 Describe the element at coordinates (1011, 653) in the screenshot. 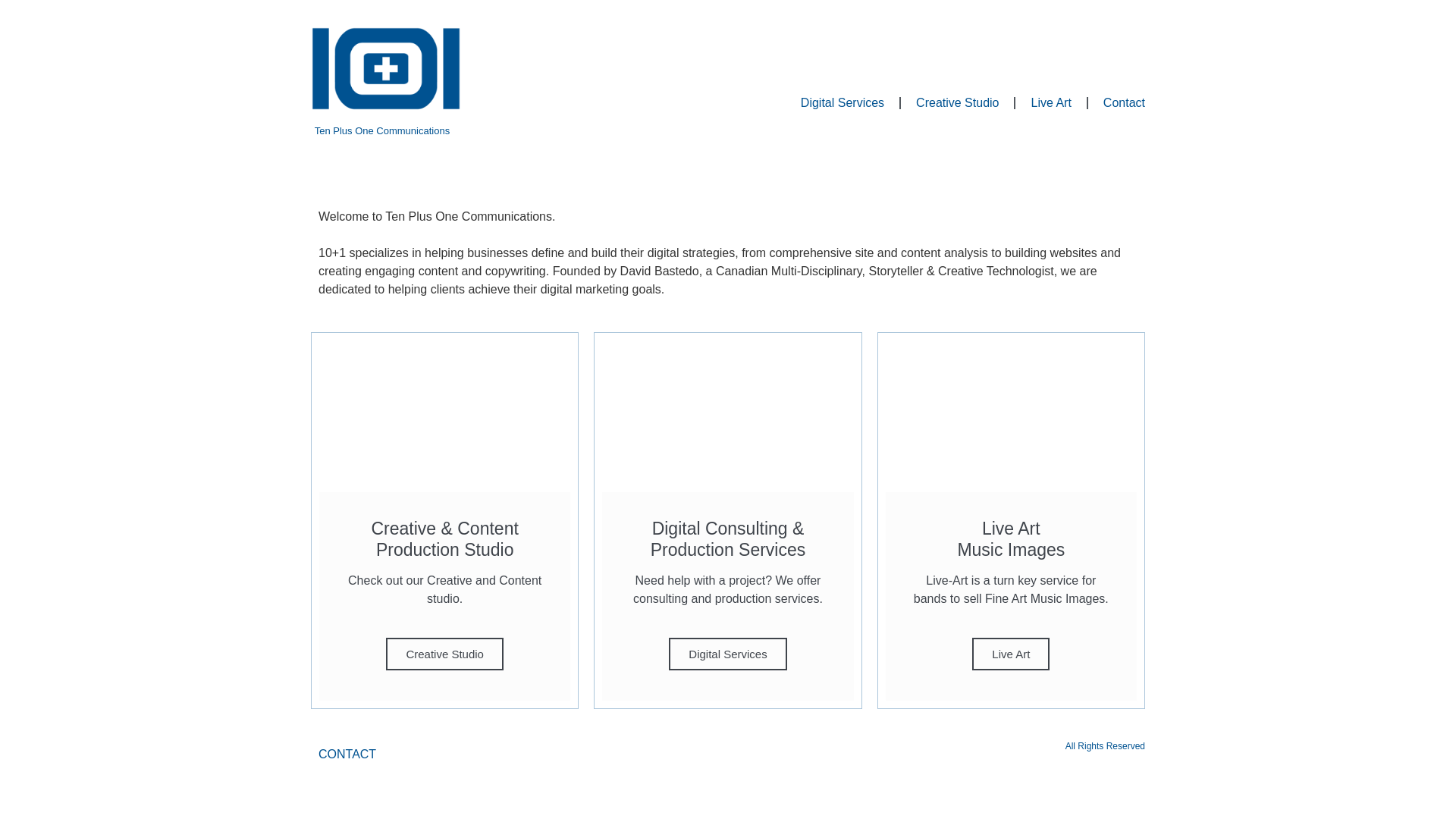

I see `'Live Art'` at that location.